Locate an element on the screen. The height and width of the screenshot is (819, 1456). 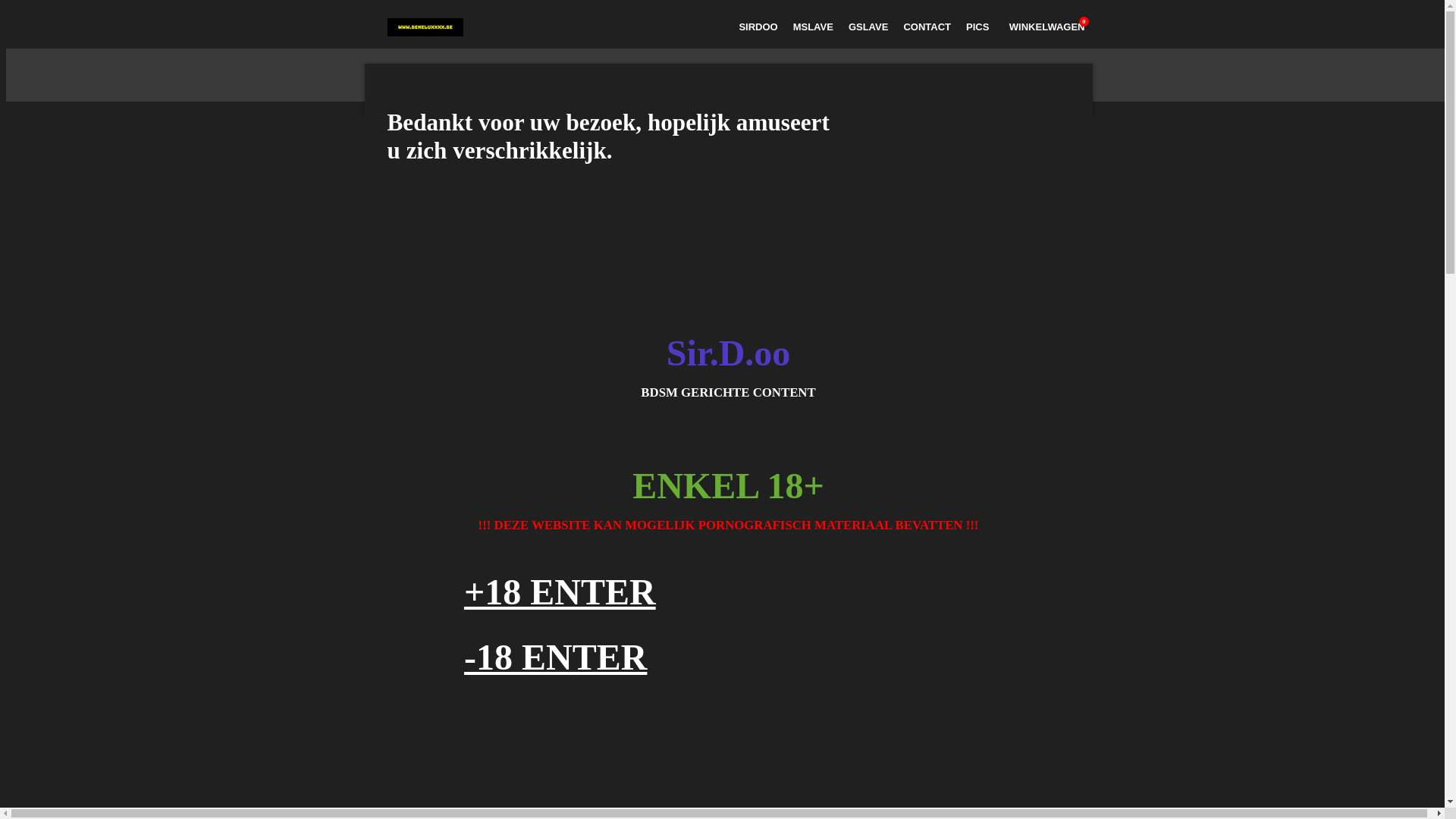
'0 is located at coordinates (1043, 27).